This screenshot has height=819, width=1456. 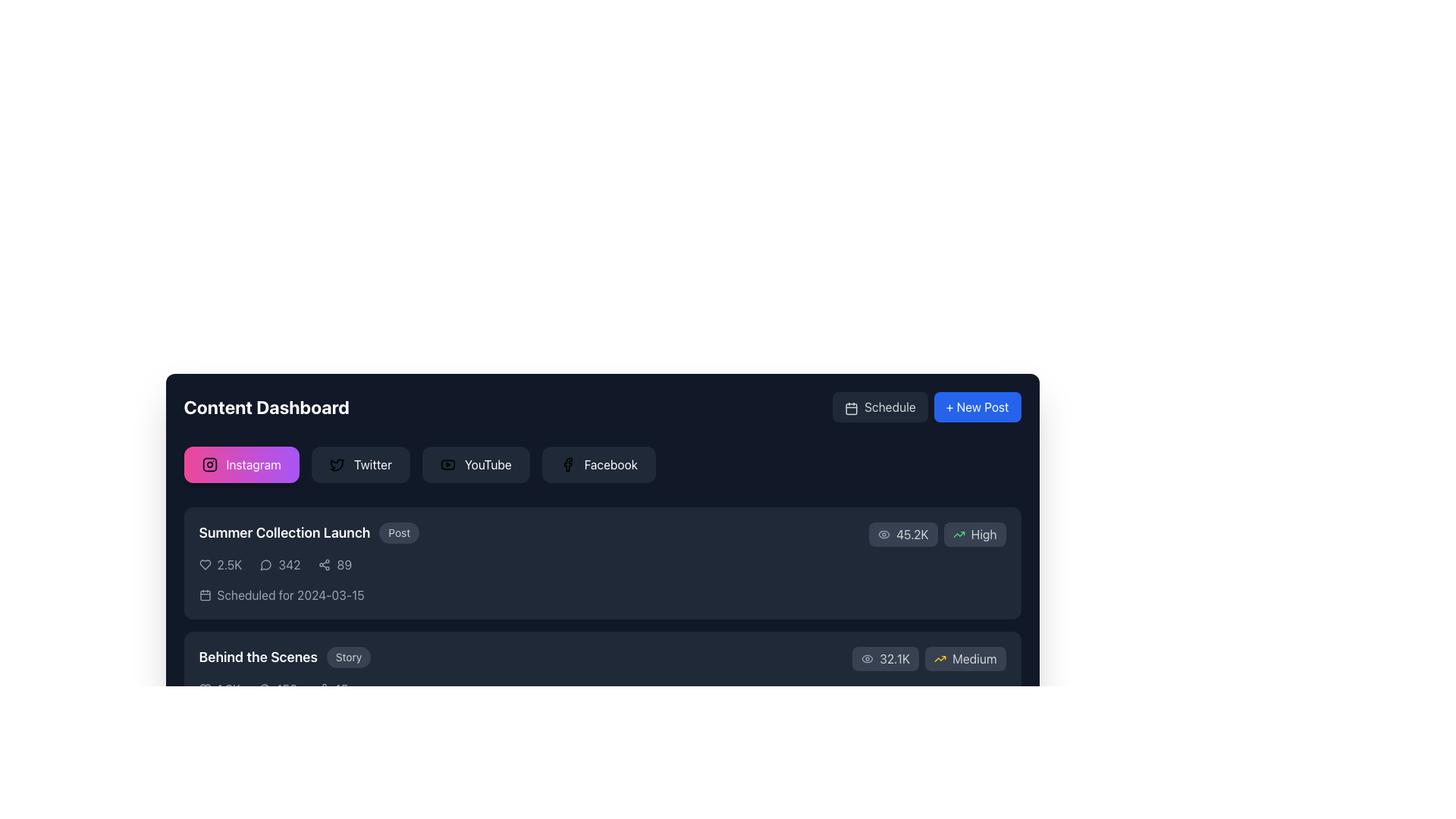 What do you see at coordinates (610, 464) in the screenshot?
I see `the button labeled with Facebook features, located to the right of the buttons for Instagram, Twitter, and YouTube` at bounding box center [610, 464].